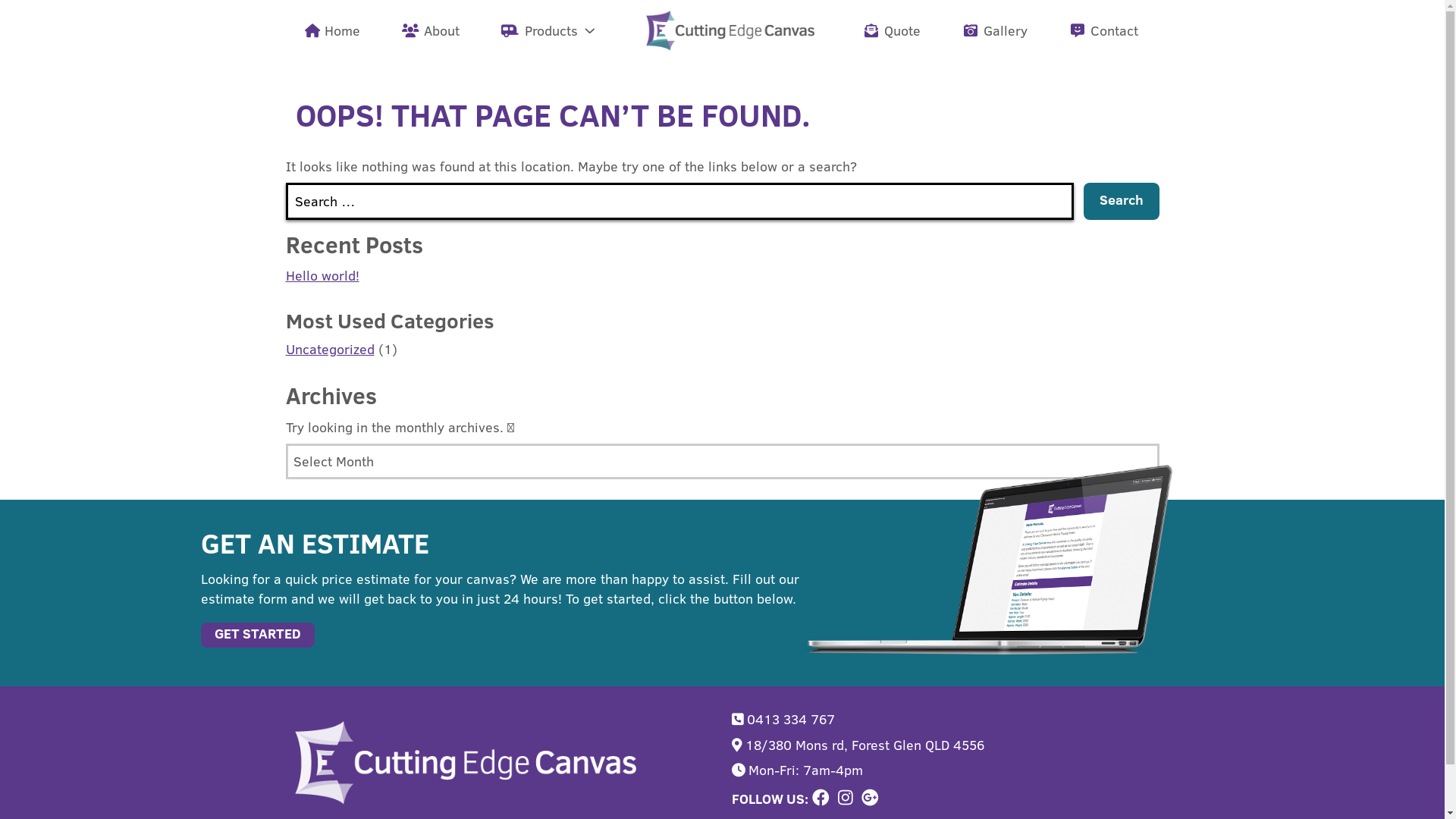 This screenshot has height=819, width=1456. What do you see at coordinates (731, 718) in the screenshot?
I see `'0413 334 767'` at bounding box center [731, 718].